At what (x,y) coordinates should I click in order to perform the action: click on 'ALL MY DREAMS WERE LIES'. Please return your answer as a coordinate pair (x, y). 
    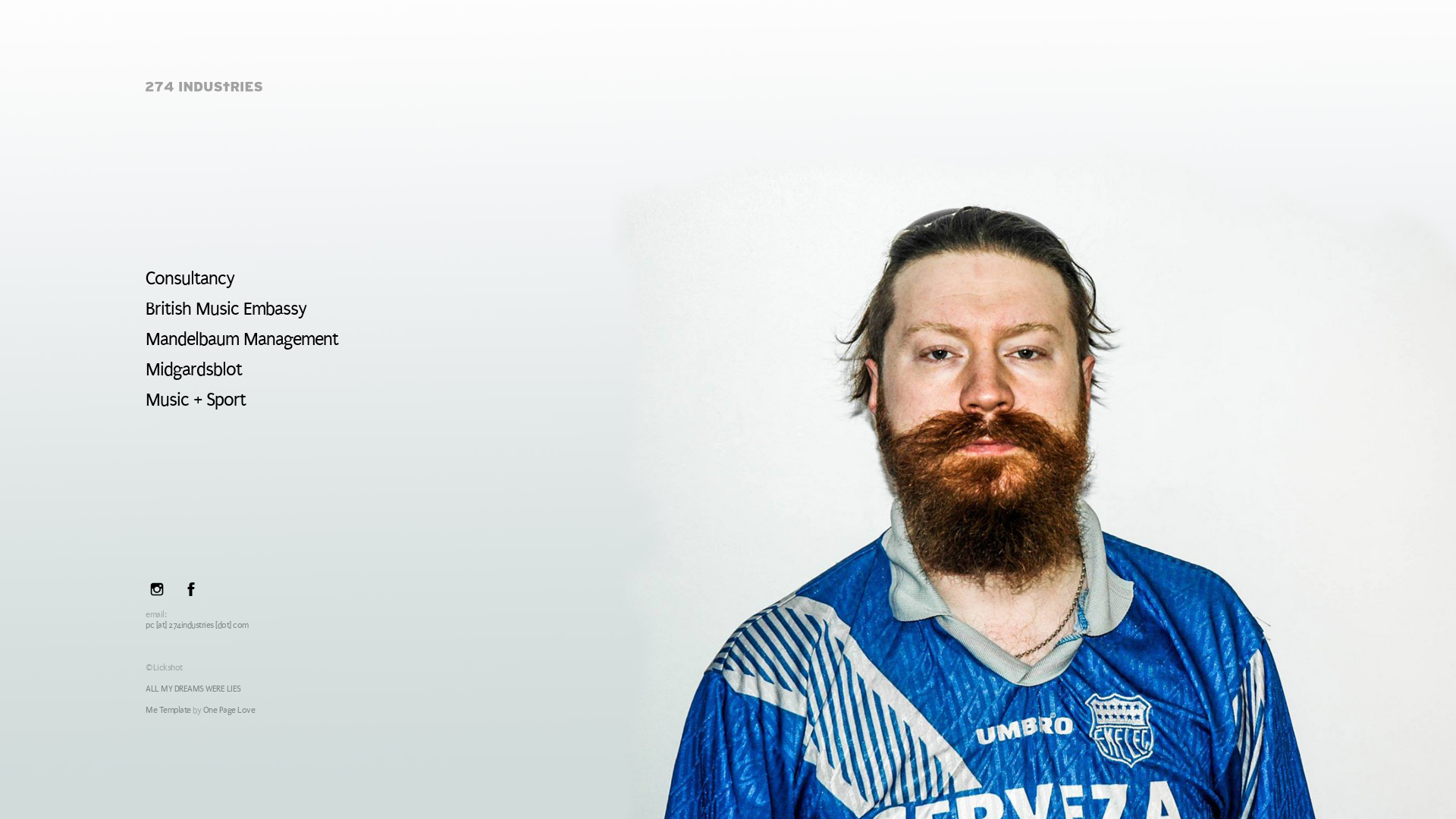
    Looking at the image, I should click on (146, 689).